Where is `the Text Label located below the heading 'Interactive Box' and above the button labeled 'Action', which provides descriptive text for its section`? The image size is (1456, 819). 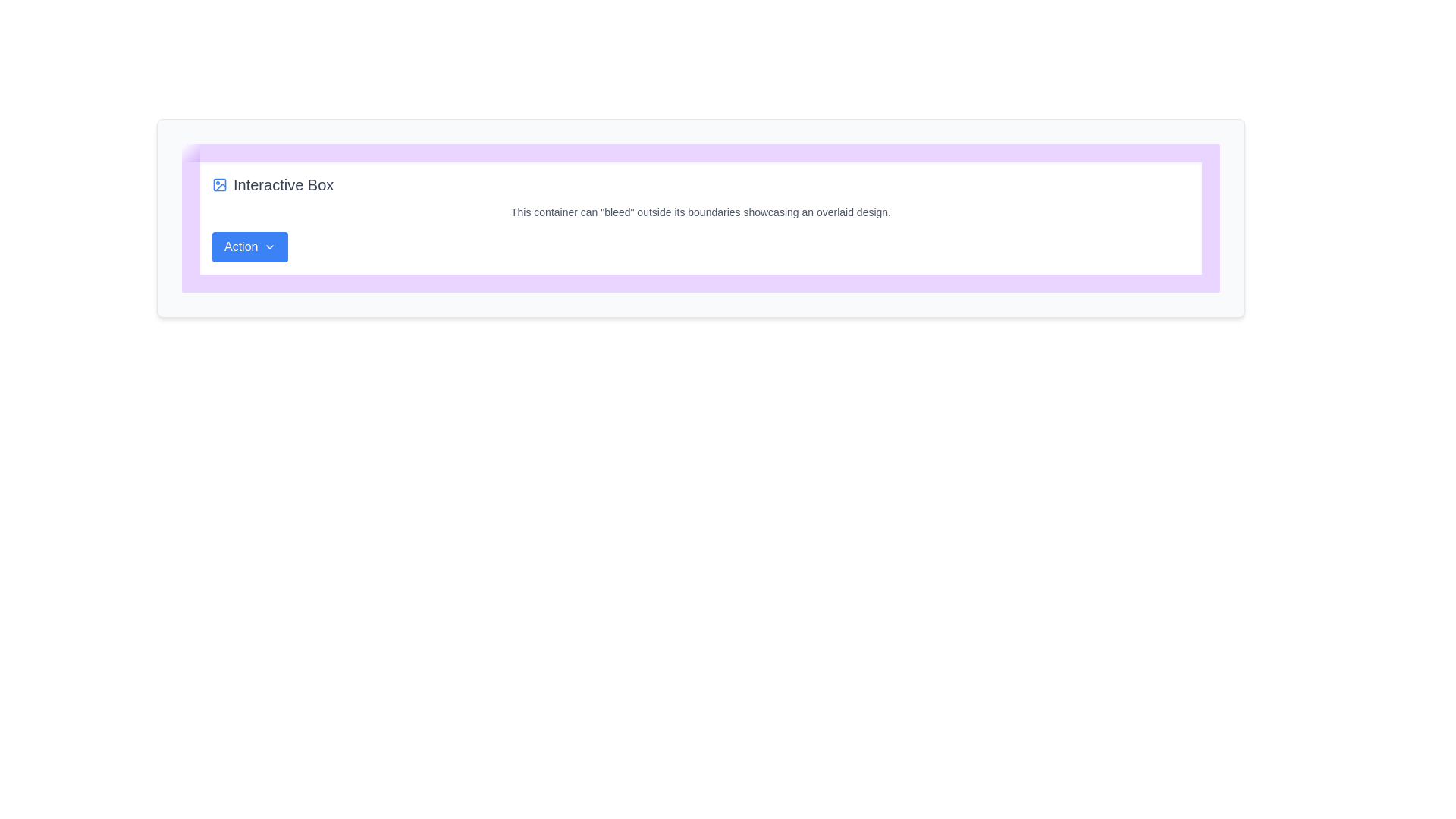 the Text Label located below the heading 'Interactive Box' and above the button labeled 'Action', which provides descriptive text for its section is located at coordinates (700, 212).